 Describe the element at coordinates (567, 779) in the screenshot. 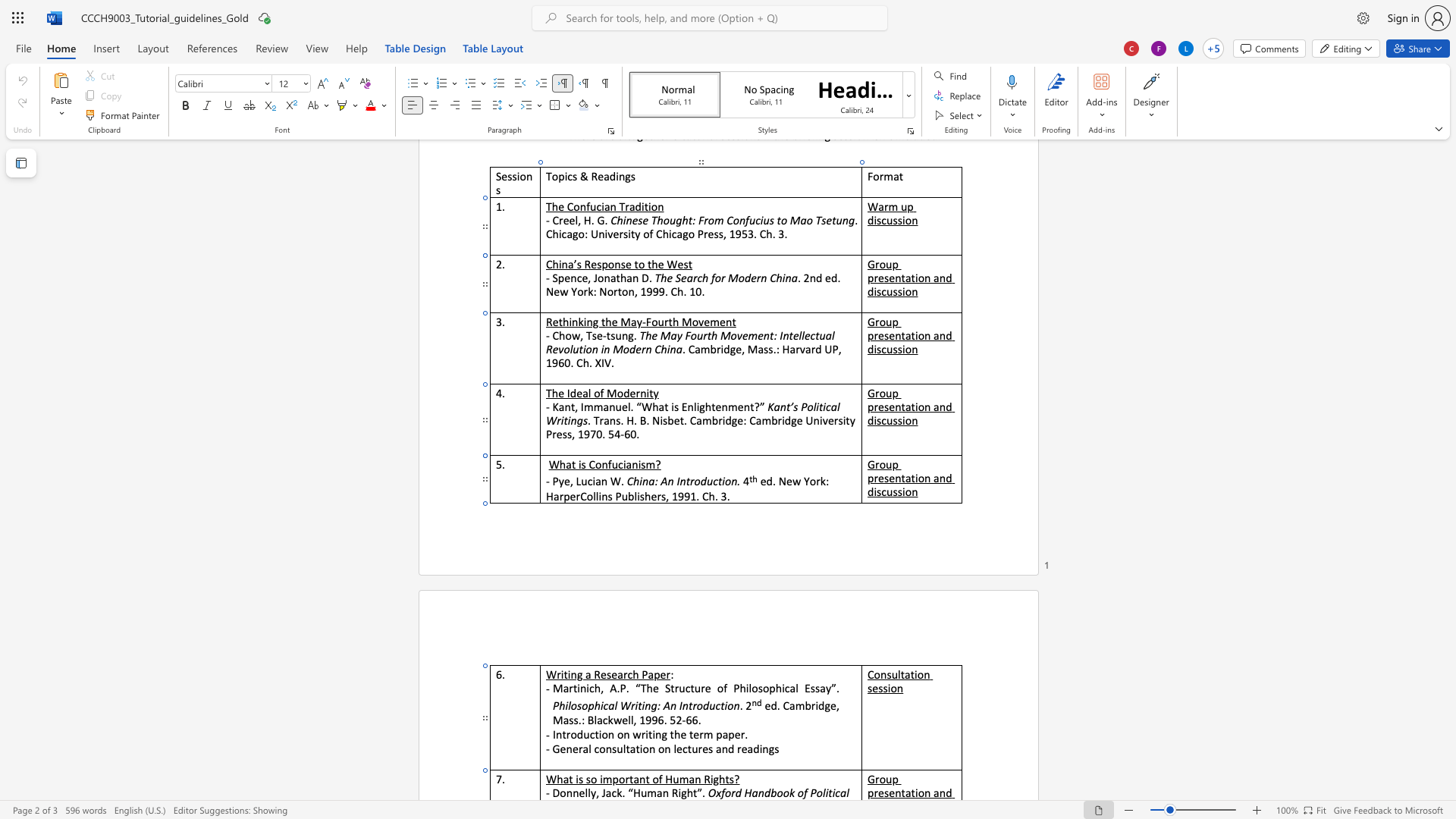

I see `the space between the continuous character "a" and "t" in the text` at that location.